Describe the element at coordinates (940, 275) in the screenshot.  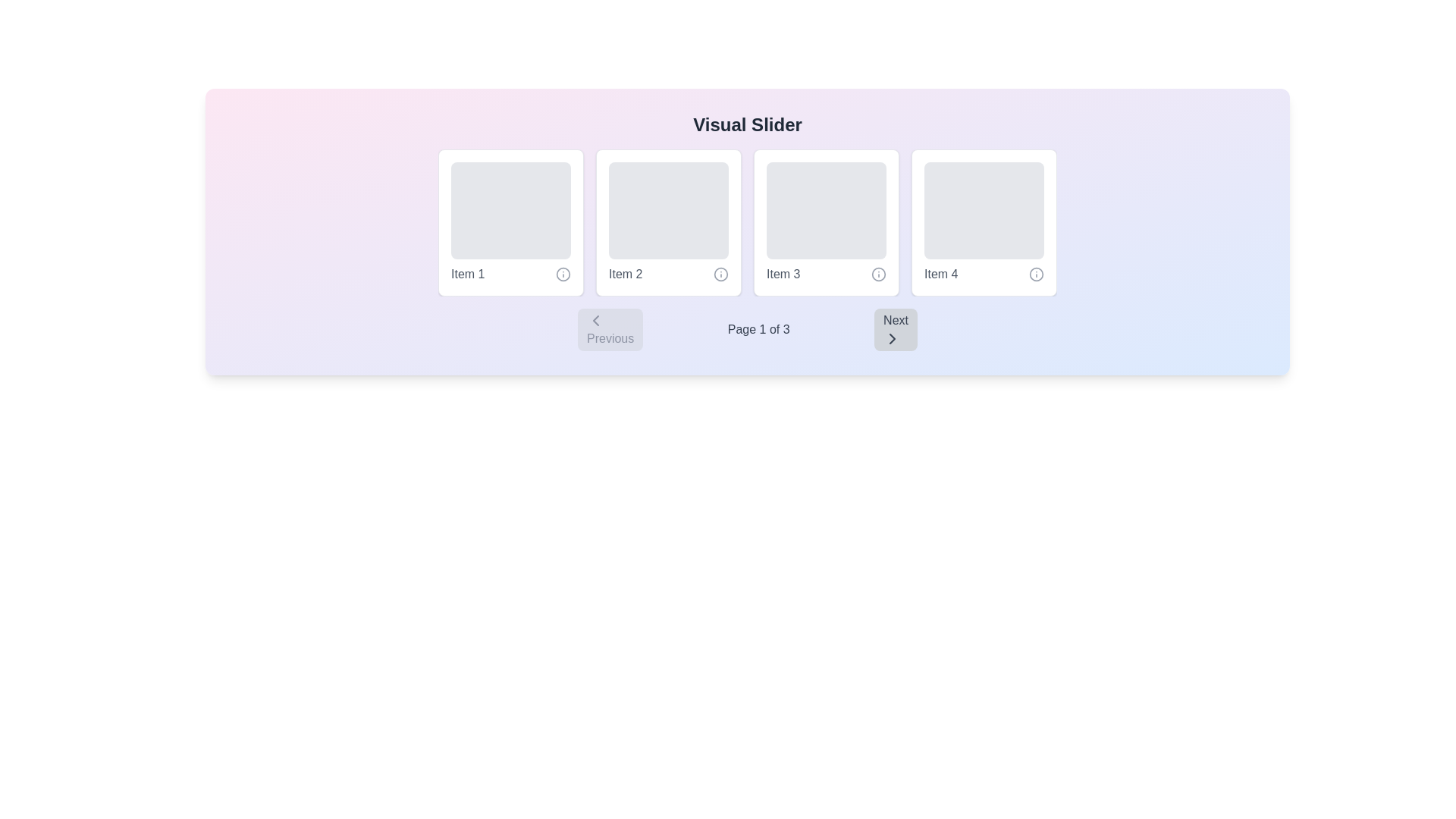
I see `the text label that identifies the fourth visual content box` at that location.